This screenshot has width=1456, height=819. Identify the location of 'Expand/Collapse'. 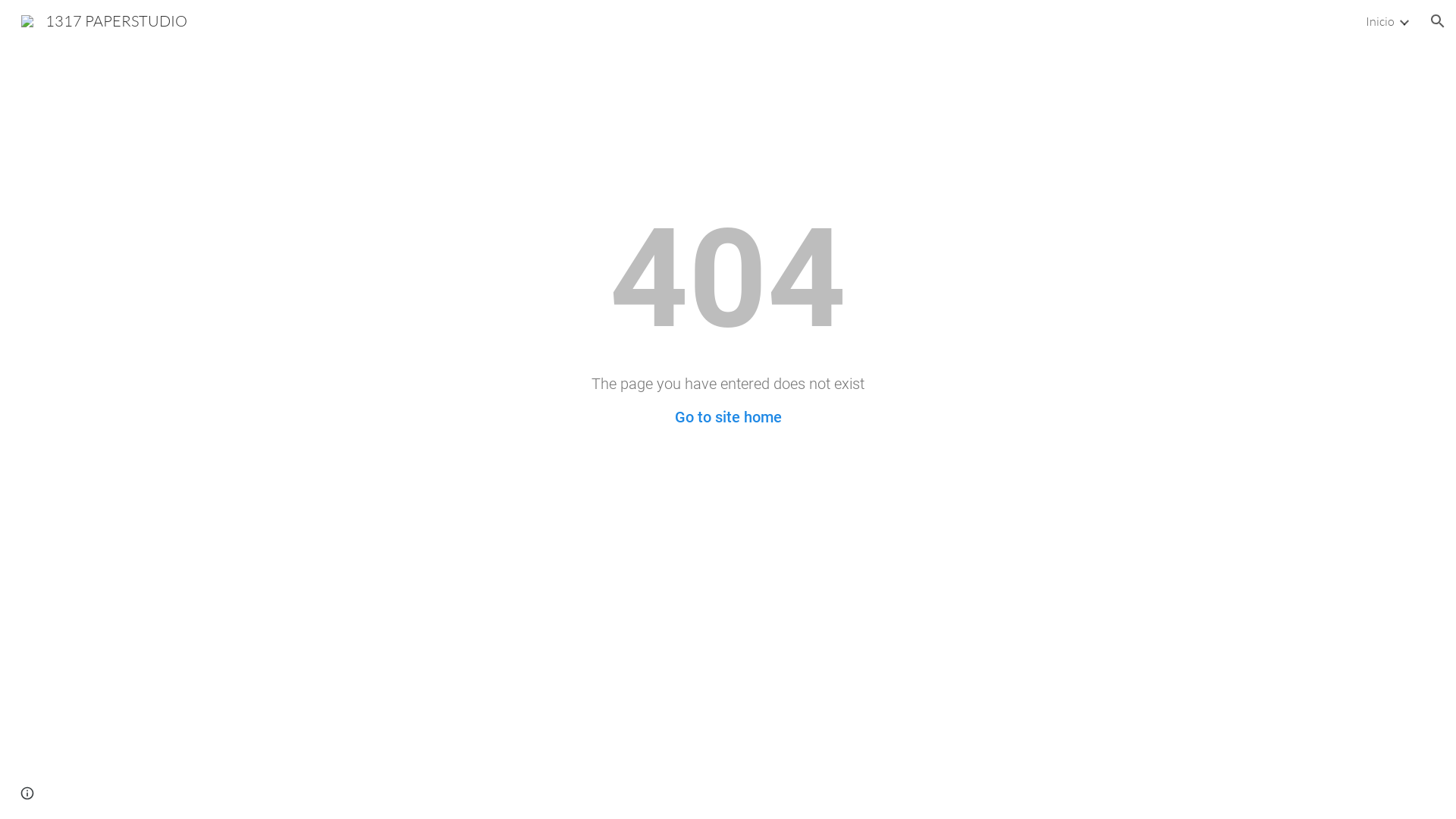
(1403, 20).